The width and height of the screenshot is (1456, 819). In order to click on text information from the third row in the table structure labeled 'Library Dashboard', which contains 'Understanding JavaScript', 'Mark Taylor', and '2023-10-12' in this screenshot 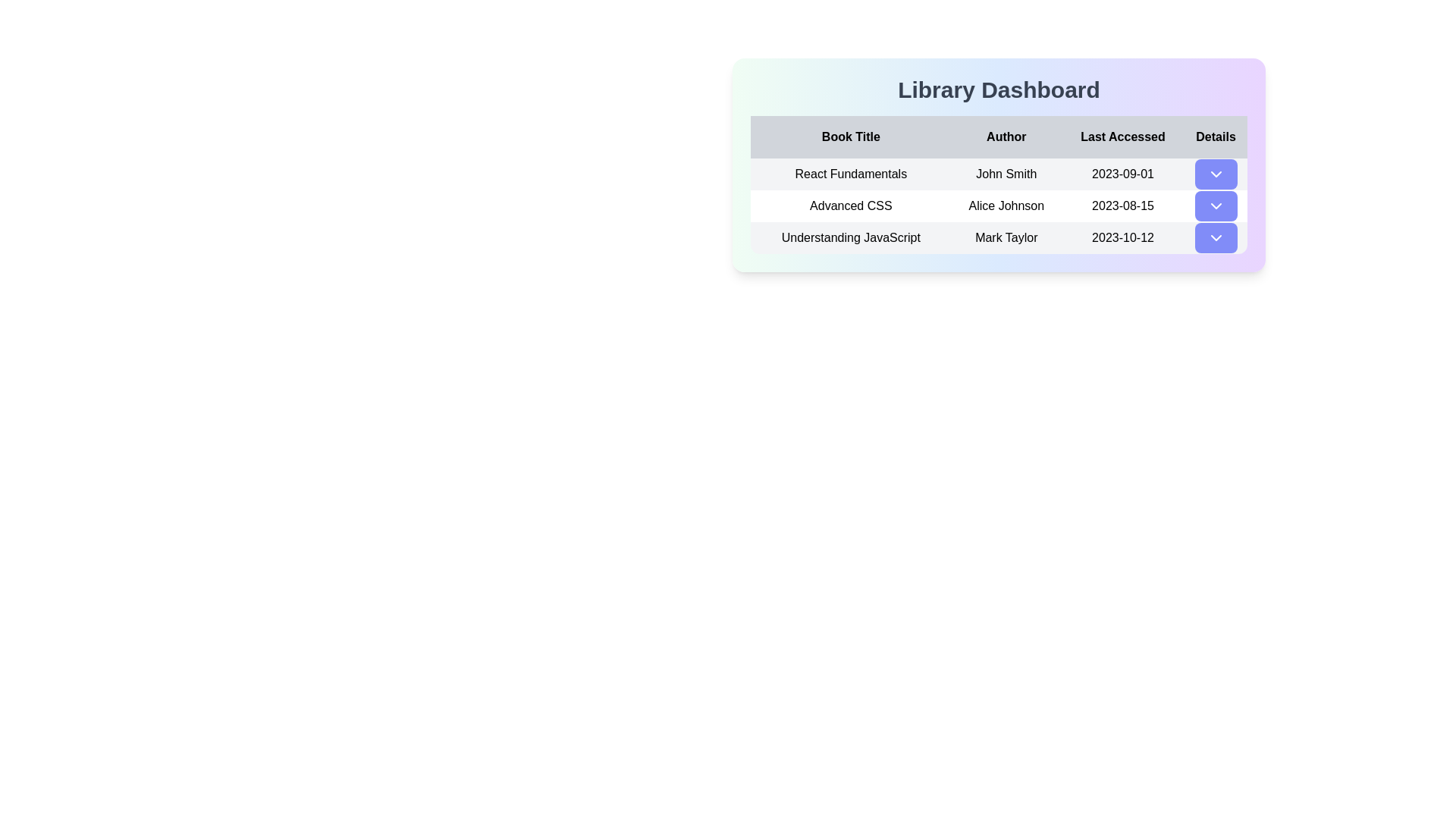, I will do `click(999, 237)`.